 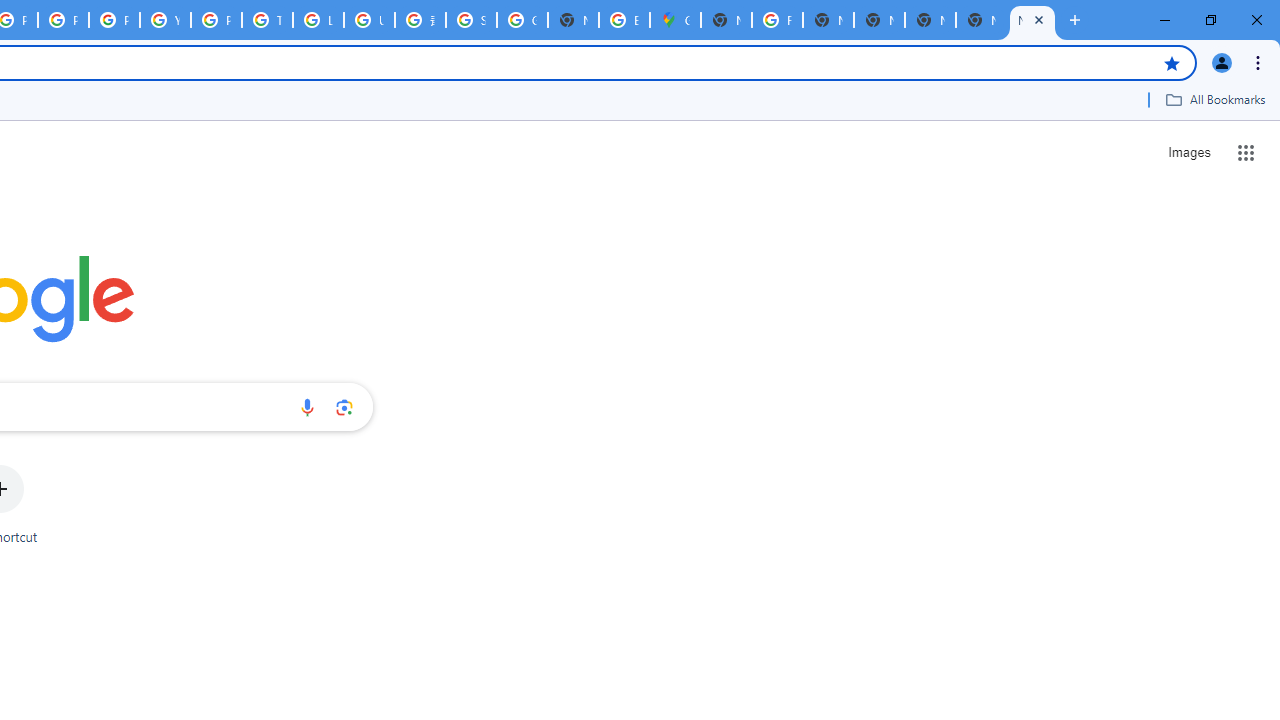 What do you see at coordinates (266, 20) in the screenshot?
I see `'Tips & tricks for Chrome - Google Chrome Help'` at bounding box center [266, 20].